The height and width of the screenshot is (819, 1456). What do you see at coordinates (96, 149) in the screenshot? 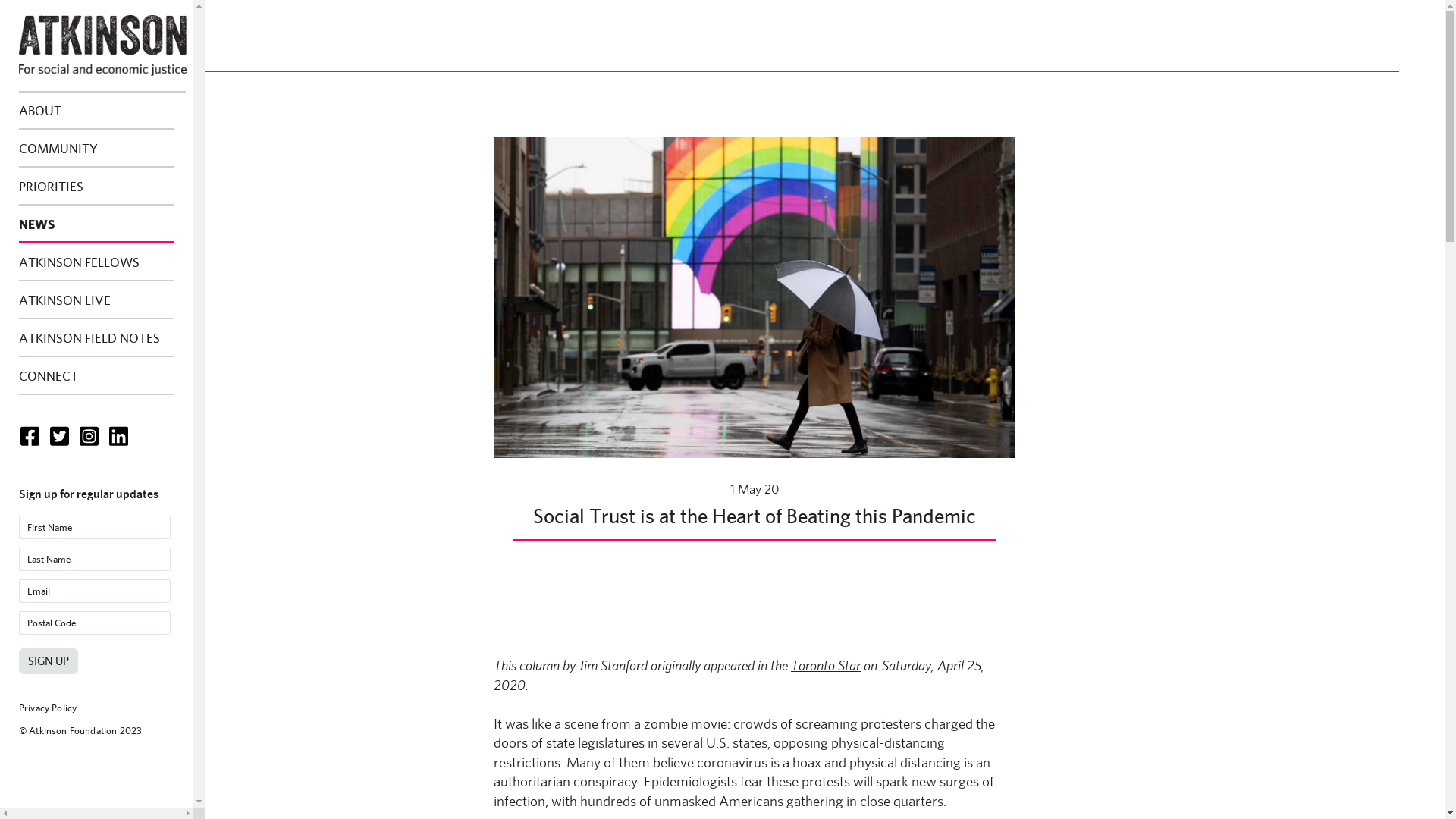
I see `'COMMUNITY'` at bounding box center [96, 149].